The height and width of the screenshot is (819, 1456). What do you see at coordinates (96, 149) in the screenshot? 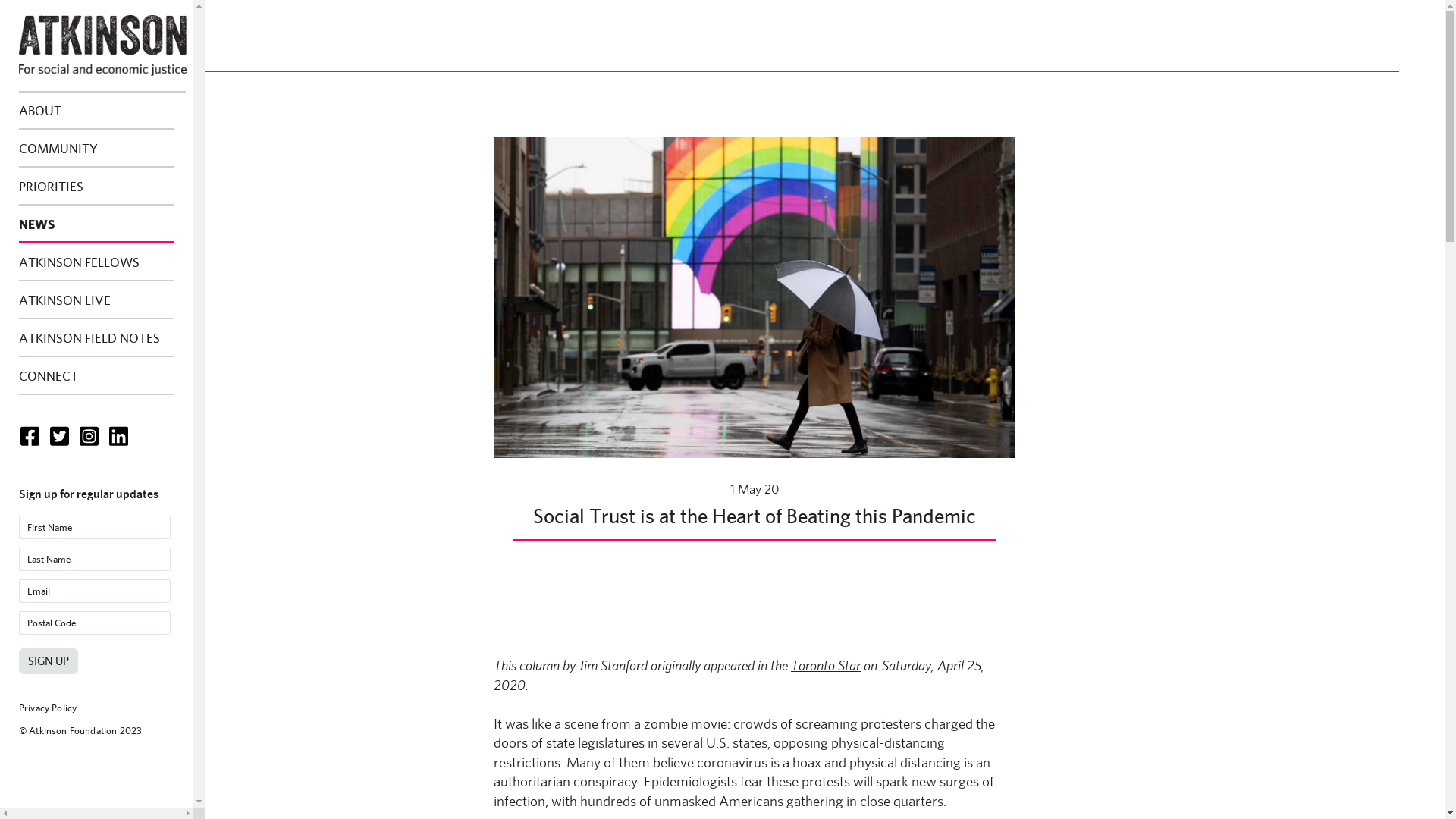
I see `'COMMUNITY'` at bounding box center [96, 149].